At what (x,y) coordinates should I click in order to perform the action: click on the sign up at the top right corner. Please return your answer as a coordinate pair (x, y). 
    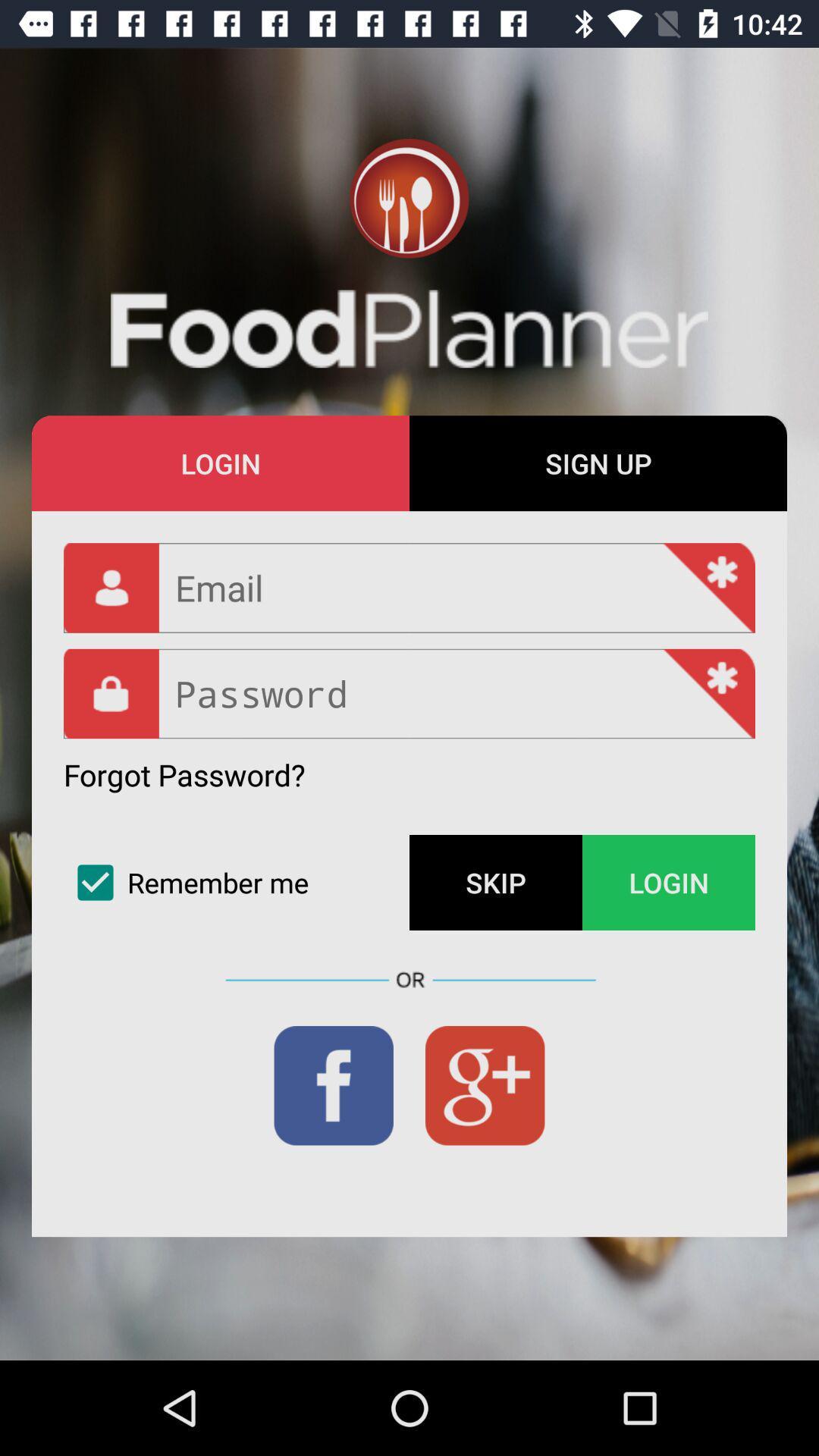
    Looking at the image, I should click on (598, 463).